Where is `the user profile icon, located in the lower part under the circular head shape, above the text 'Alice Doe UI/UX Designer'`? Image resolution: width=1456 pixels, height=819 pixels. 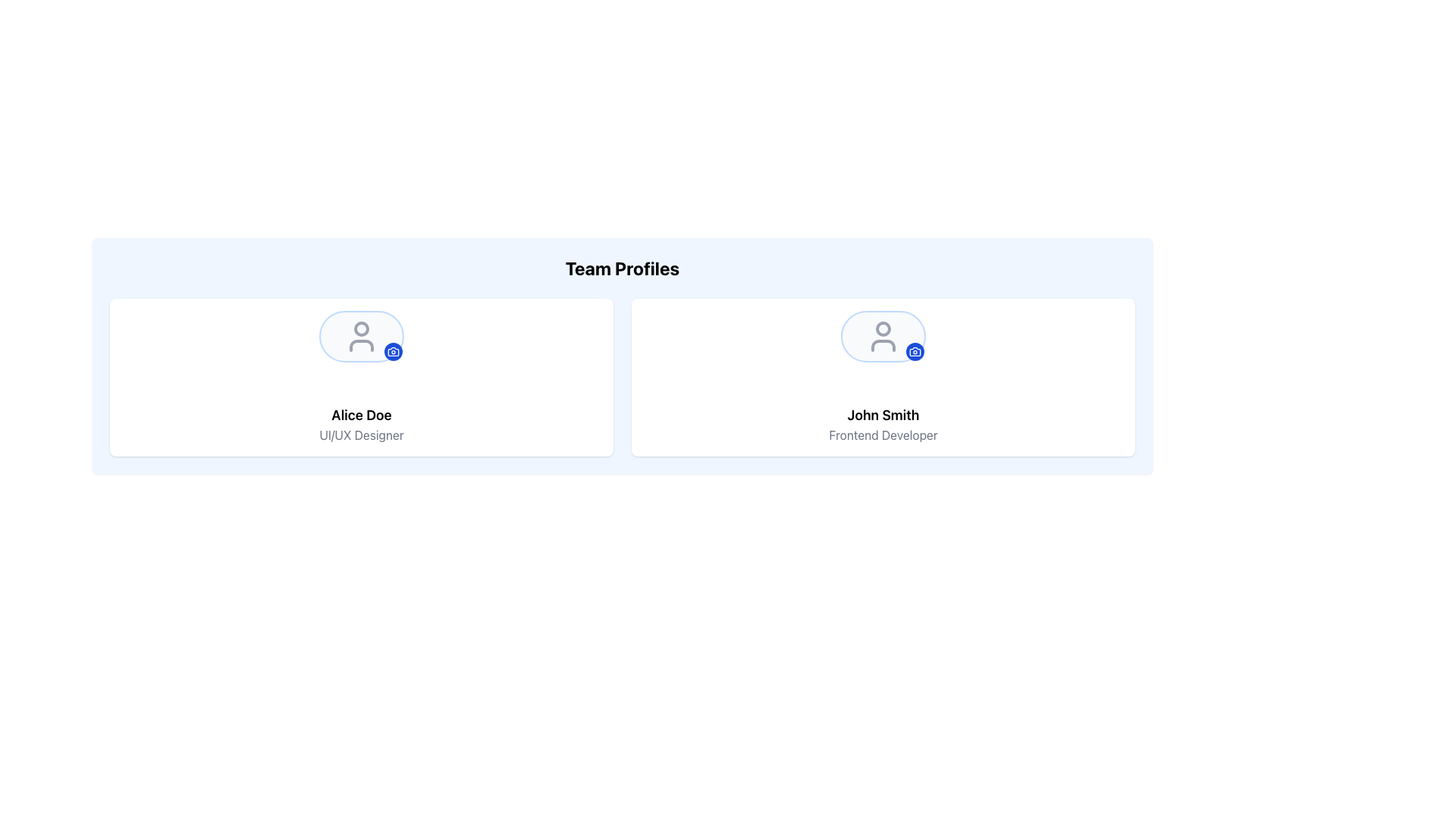
the user profile icon, located in the lower part under the circular head shape, above the text 'Alice Doe UI/UX Designer' is located at coordinates (360, 345).